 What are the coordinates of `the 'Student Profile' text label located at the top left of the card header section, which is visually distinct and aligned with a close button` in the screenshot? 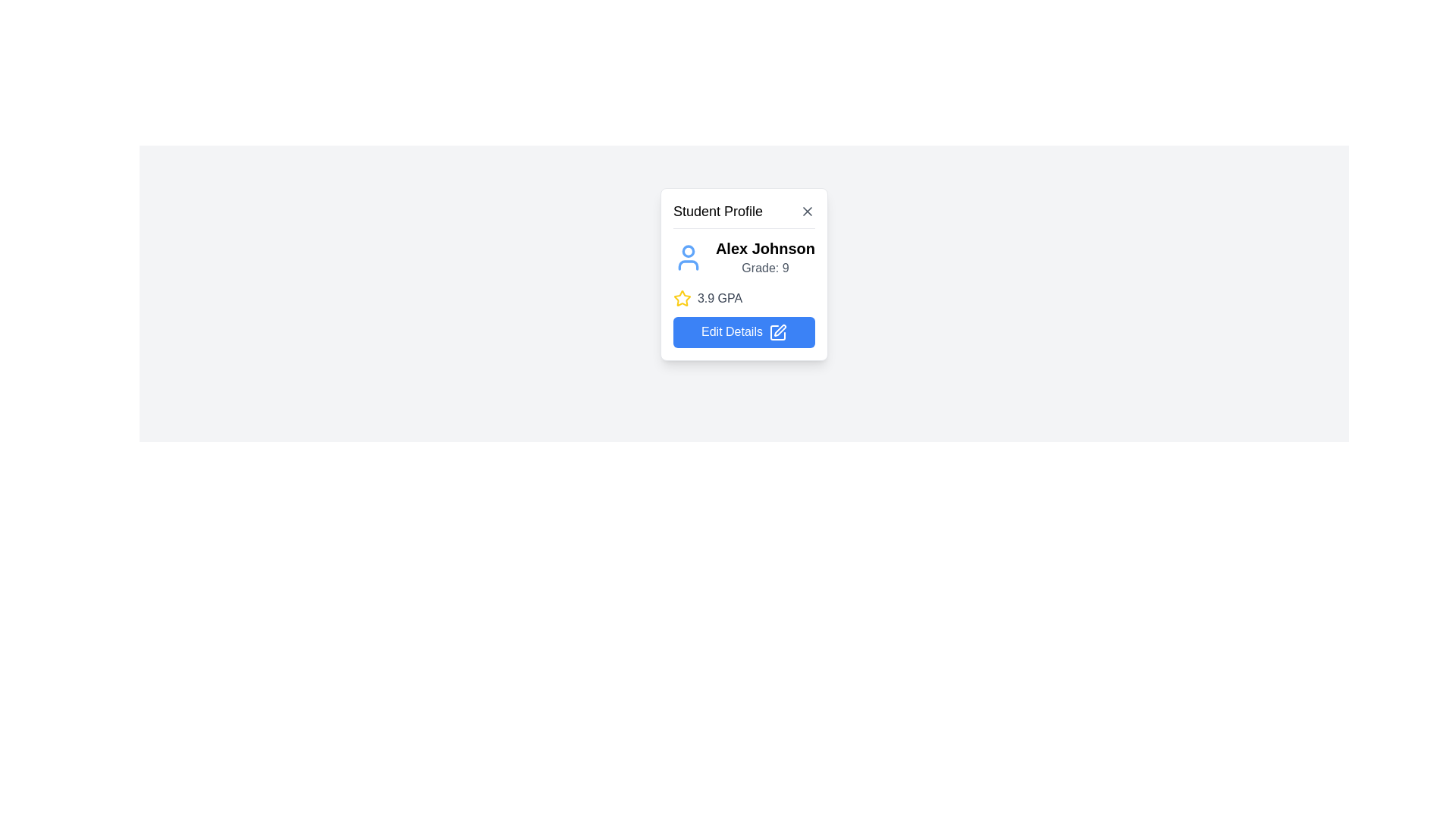 It's located at (717, 211).